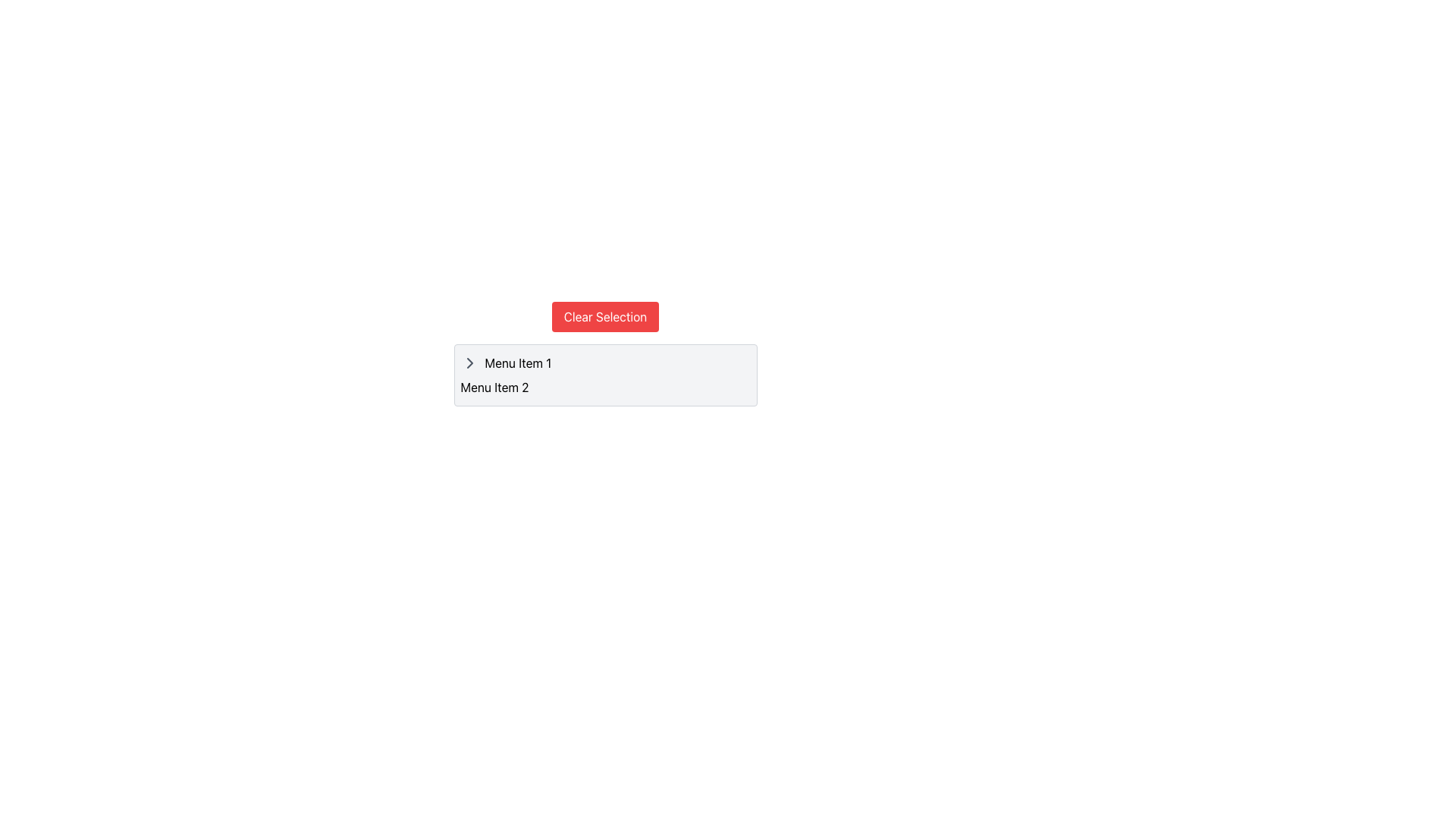 The image size is (1456, 819). I want to click on the selectable text label located in the second row of the dropdown or menu component under 'Menu Item 1', so click(494, 386).